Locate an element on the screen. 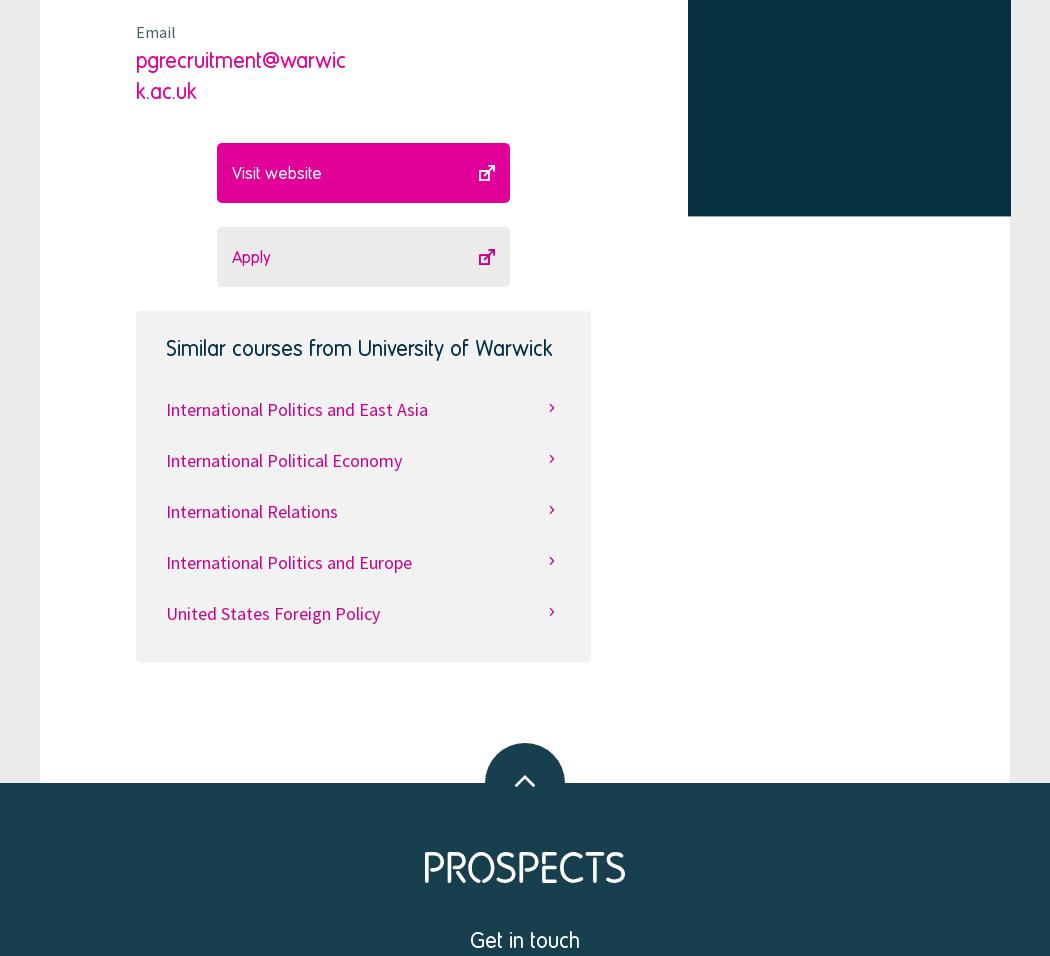 Image resolution: width=1050 pixels, height=956 pixels. 'International Politics and Europe' is located at coordinates (164, 560).